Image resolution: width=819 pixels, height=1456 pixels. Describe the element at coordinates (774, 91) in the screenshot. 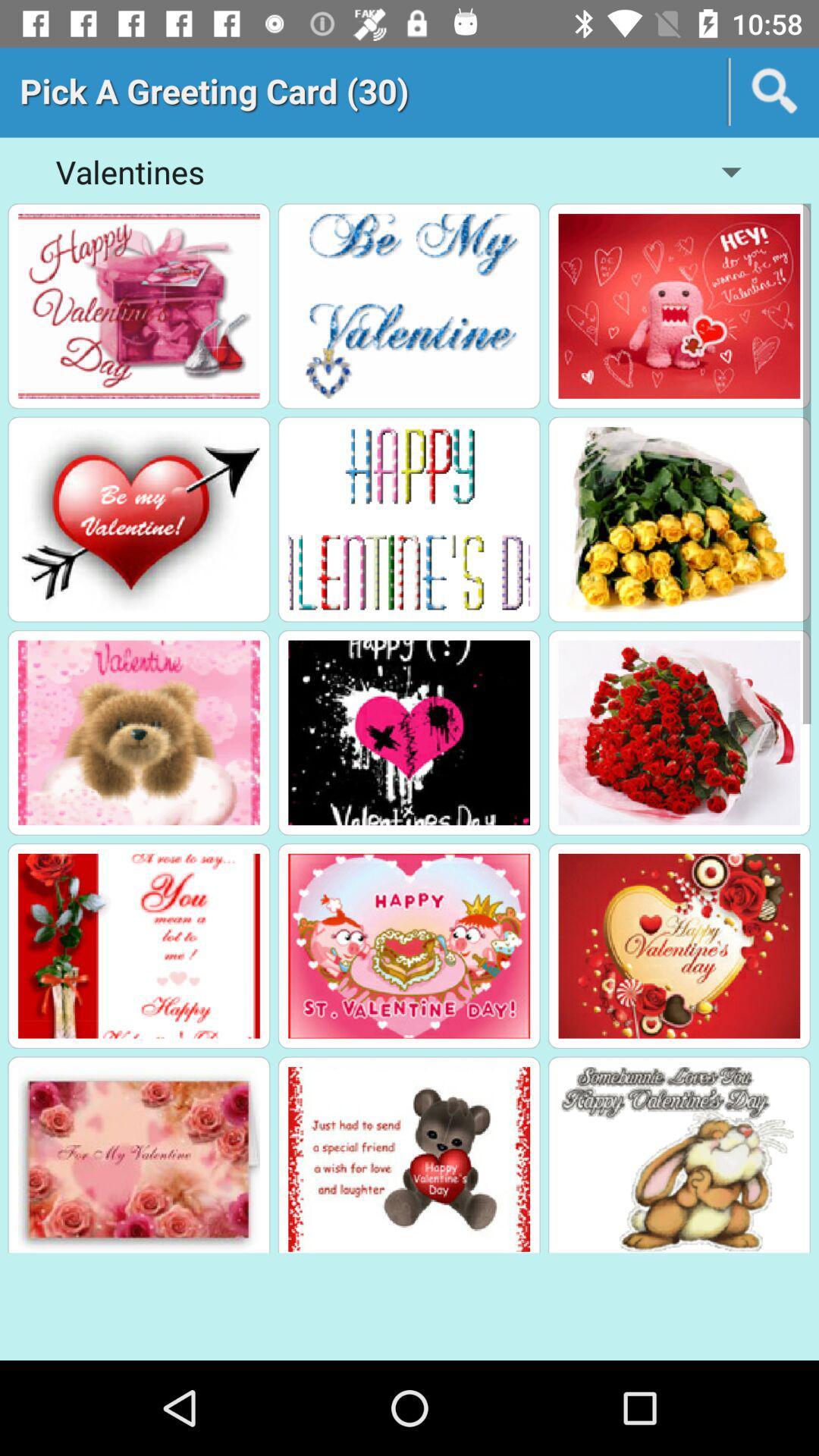

I see `search icon` at that location.